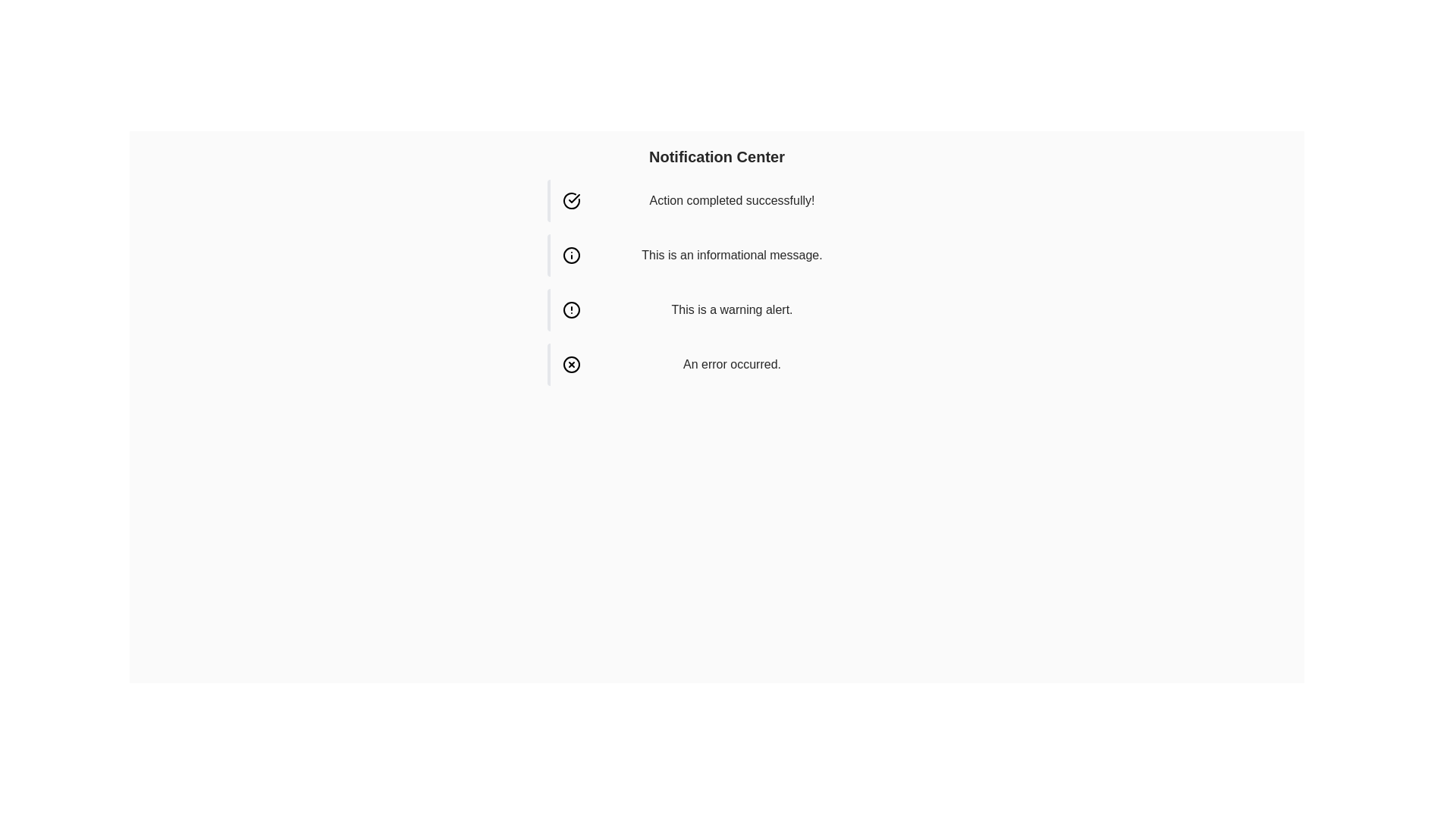 The width and height of the screenshot is (1456, 819). I want to click on the status indicator represented by the small circular icon with a black border and white interior, located to the left of the text 'This is a warning alert.', so click(570, 309).